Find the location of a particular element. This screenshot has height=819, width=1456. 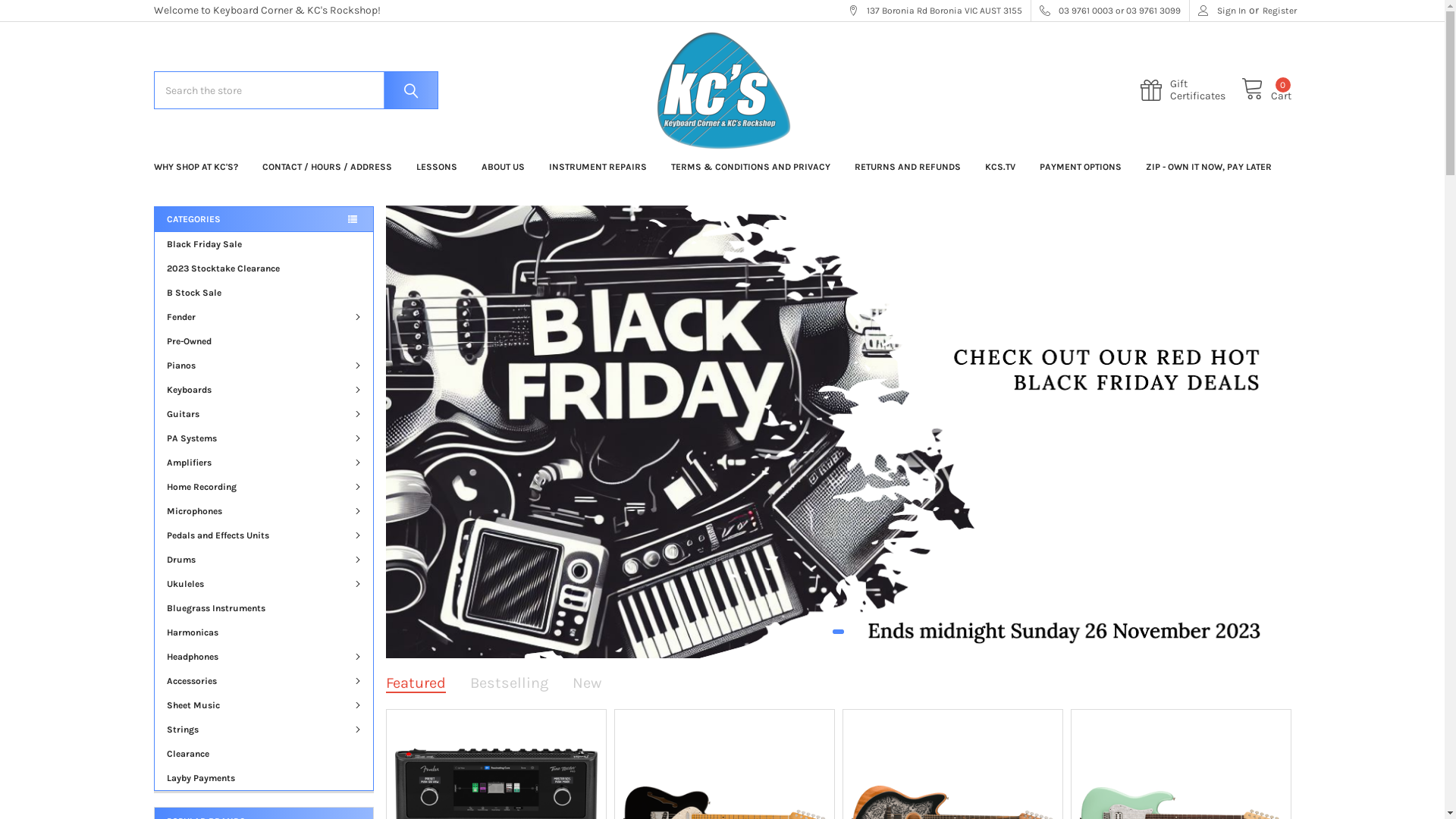

'Register' is located at coordinates (1262, 11).